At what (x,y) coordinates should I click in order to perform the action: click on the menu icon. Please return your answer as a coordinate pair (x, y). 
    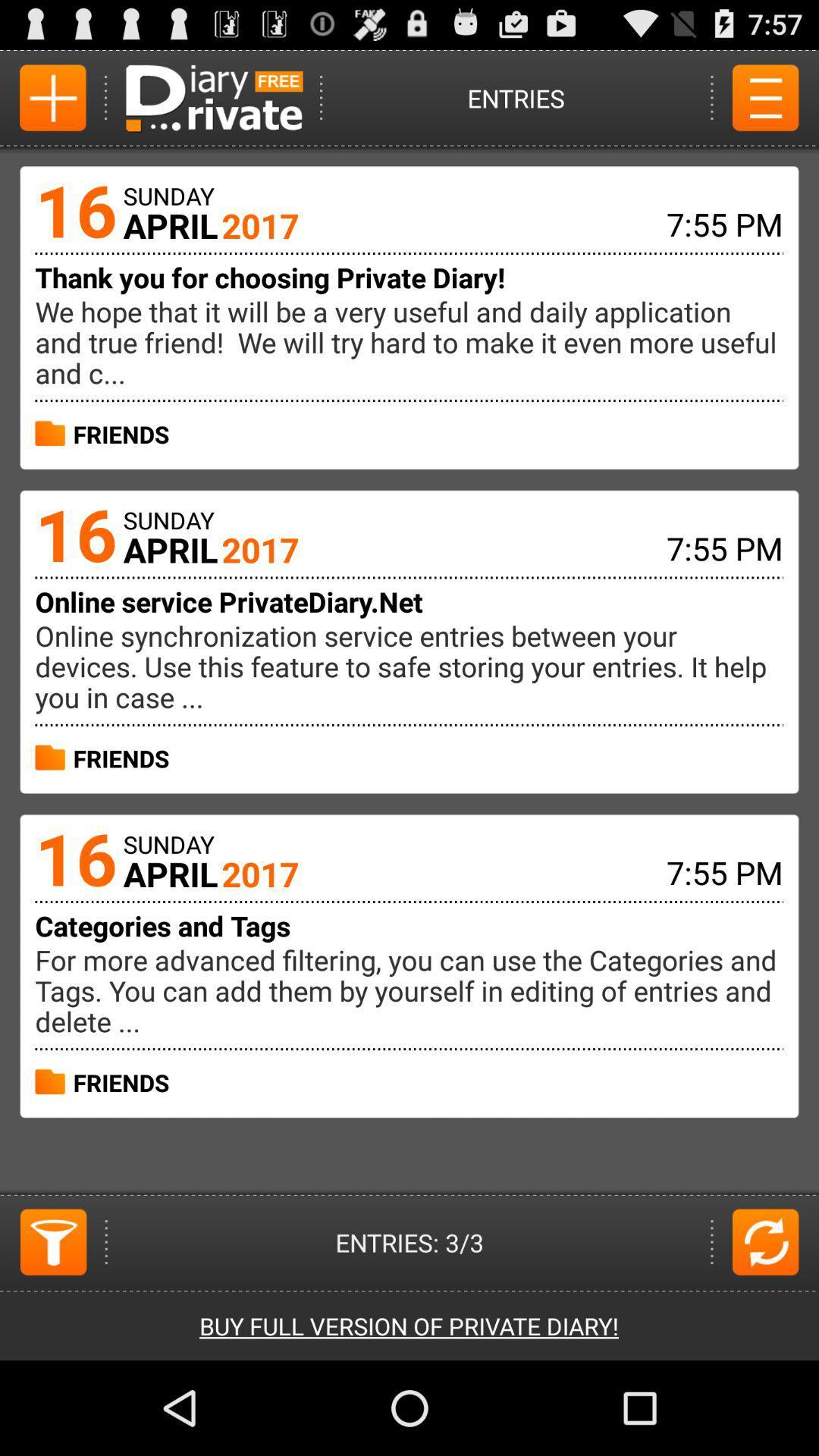
    Looking at the image, I should click on (765, 104).